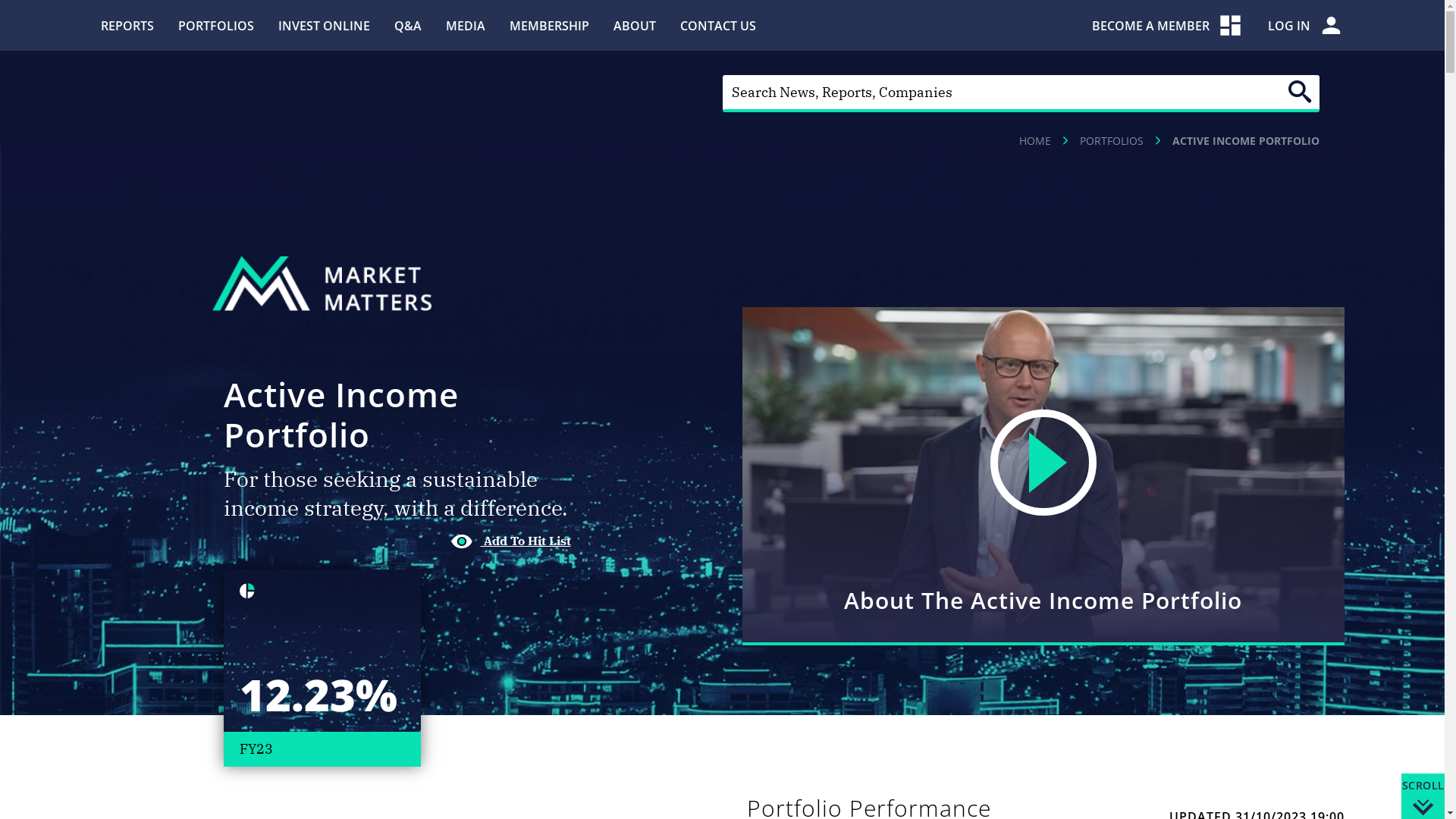 This screenshot has width=1456, height=819. I want to click on 'MEMBERSHIP', so click(548, 25).